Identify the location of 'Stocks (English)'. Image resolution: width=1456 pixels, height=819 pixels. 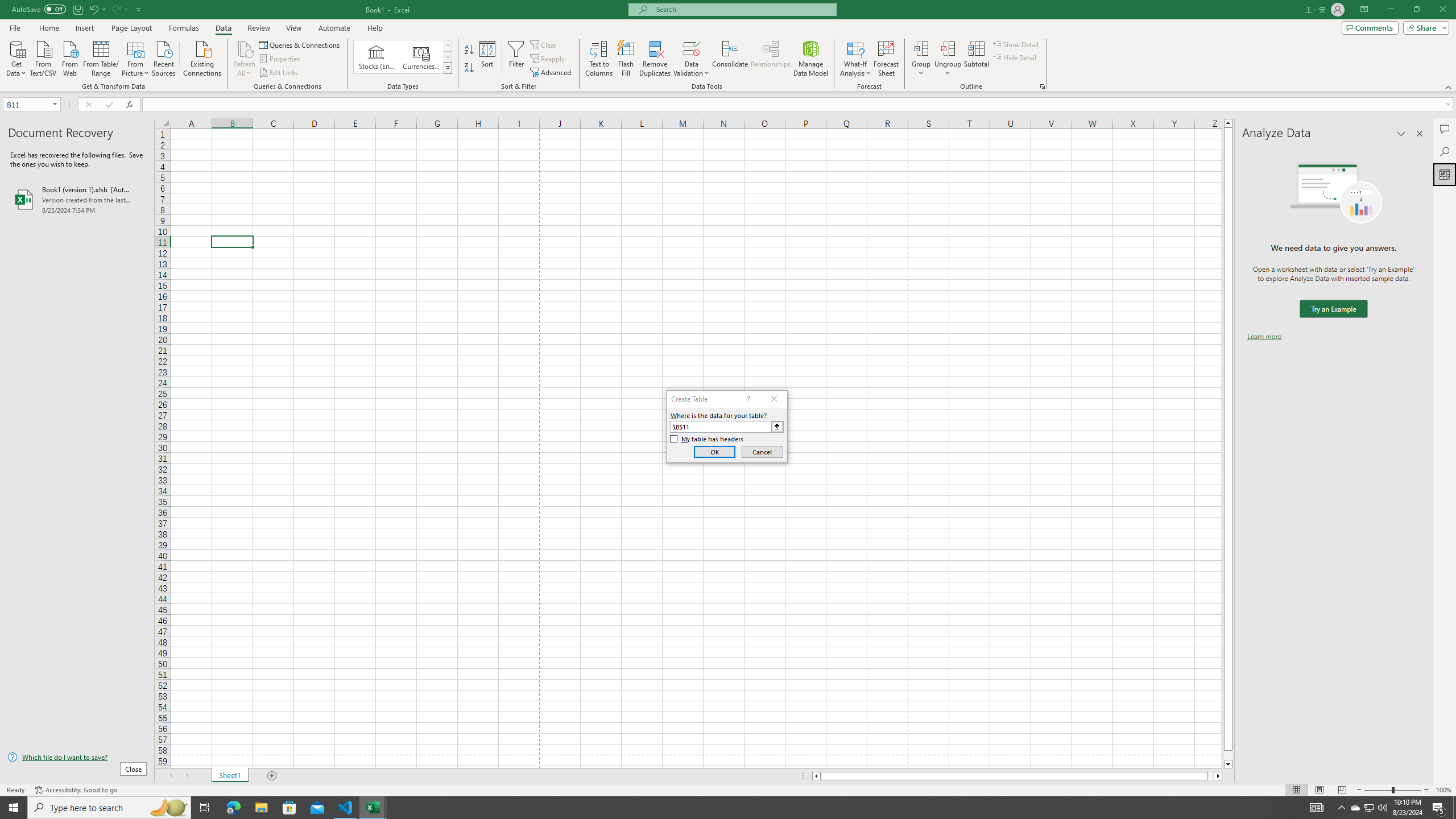
(375, 56).